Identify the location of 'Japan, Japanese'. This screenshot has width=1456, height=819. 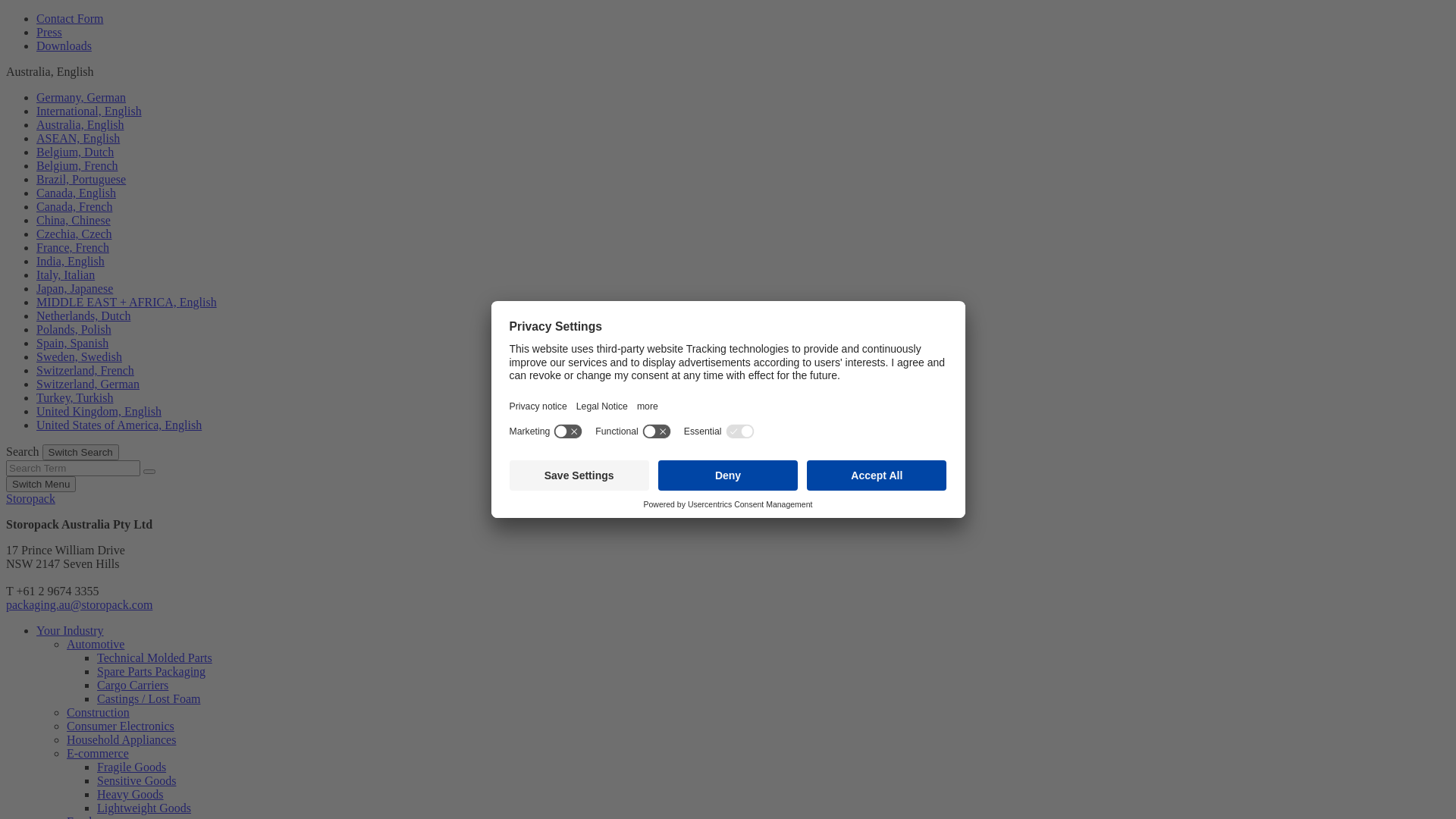
(74, 288).